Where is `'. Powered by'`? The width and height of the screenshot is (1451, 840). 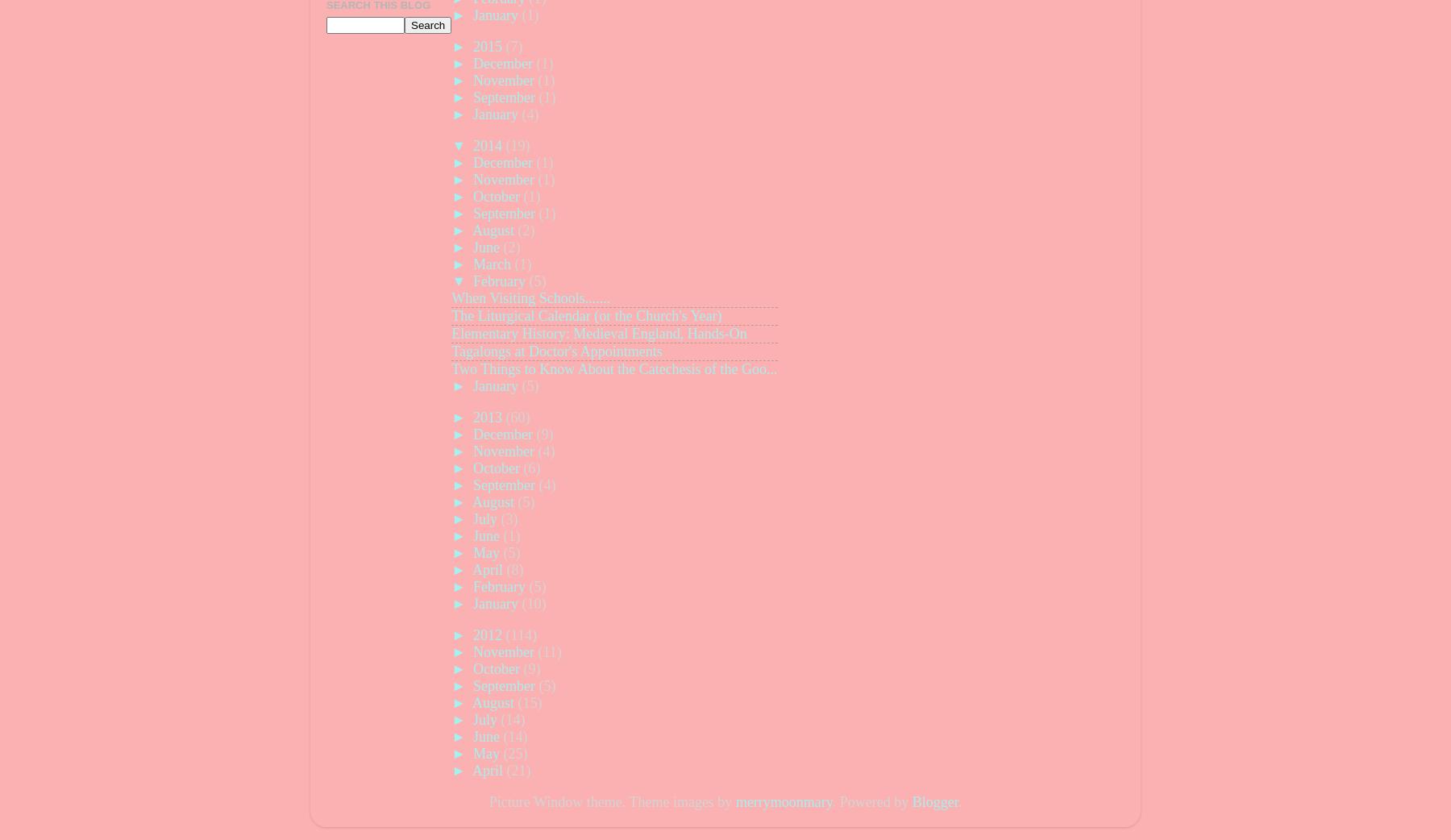
'. Powered by' is located at coordinates (831, 802).